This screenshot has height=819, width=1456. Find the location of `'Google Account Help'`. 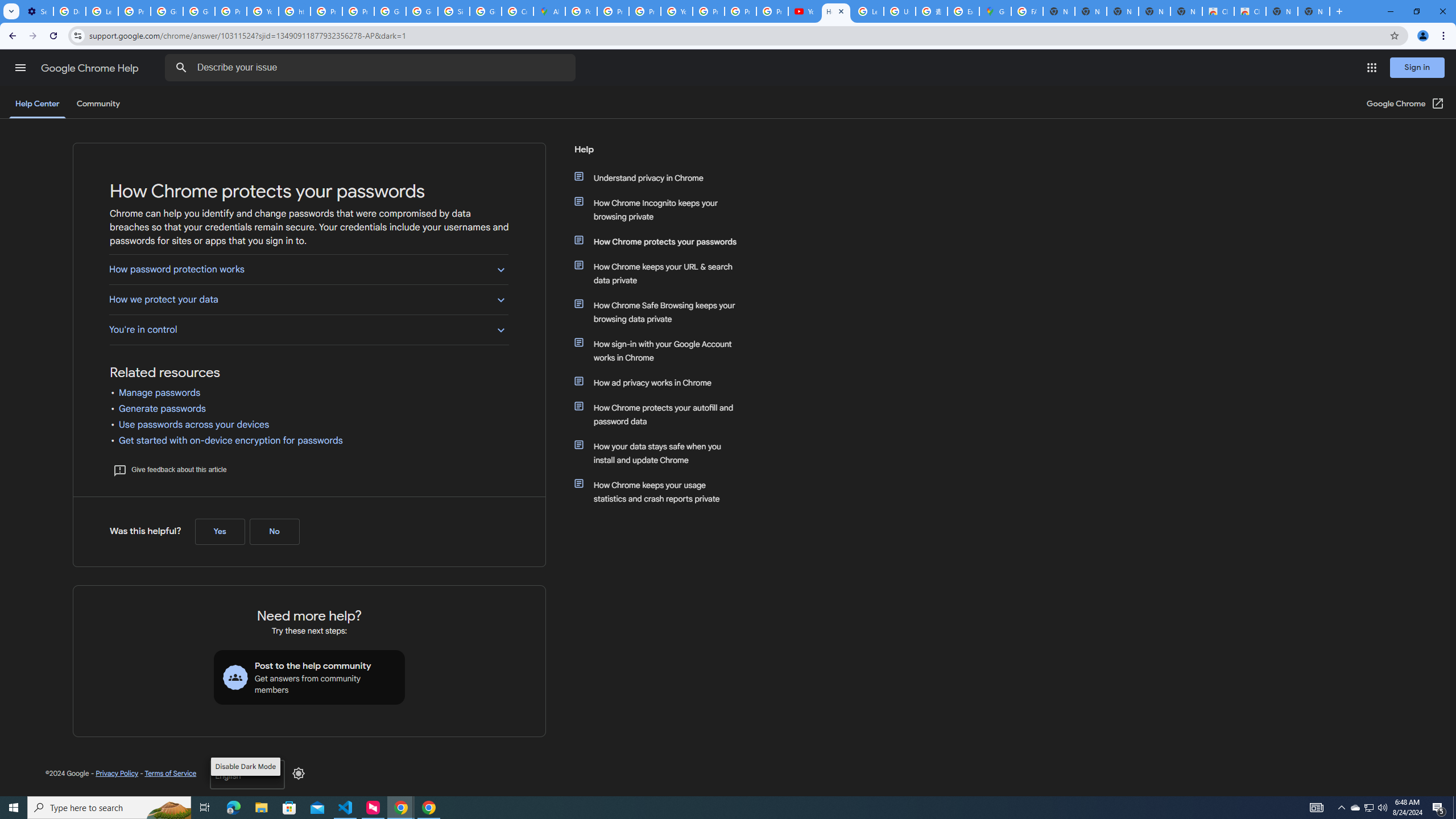

'Google Account Help' is located at coordinates (198, 11).